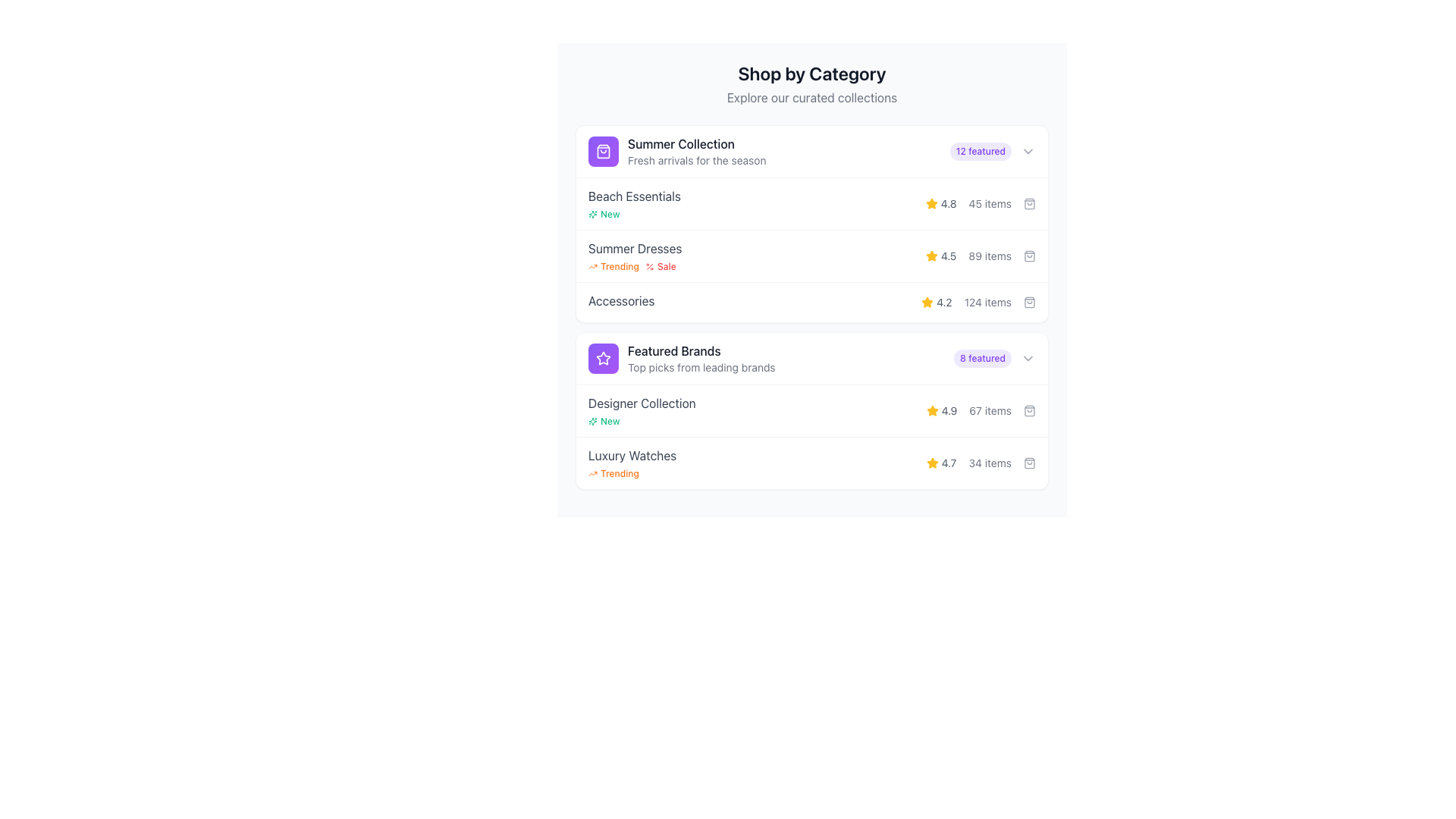  I want to click on the static text element displaying 'Top picks from leading brands', which is styled in a small, gray font and located beneath the title 'Featured Brands', so click(701, 368).